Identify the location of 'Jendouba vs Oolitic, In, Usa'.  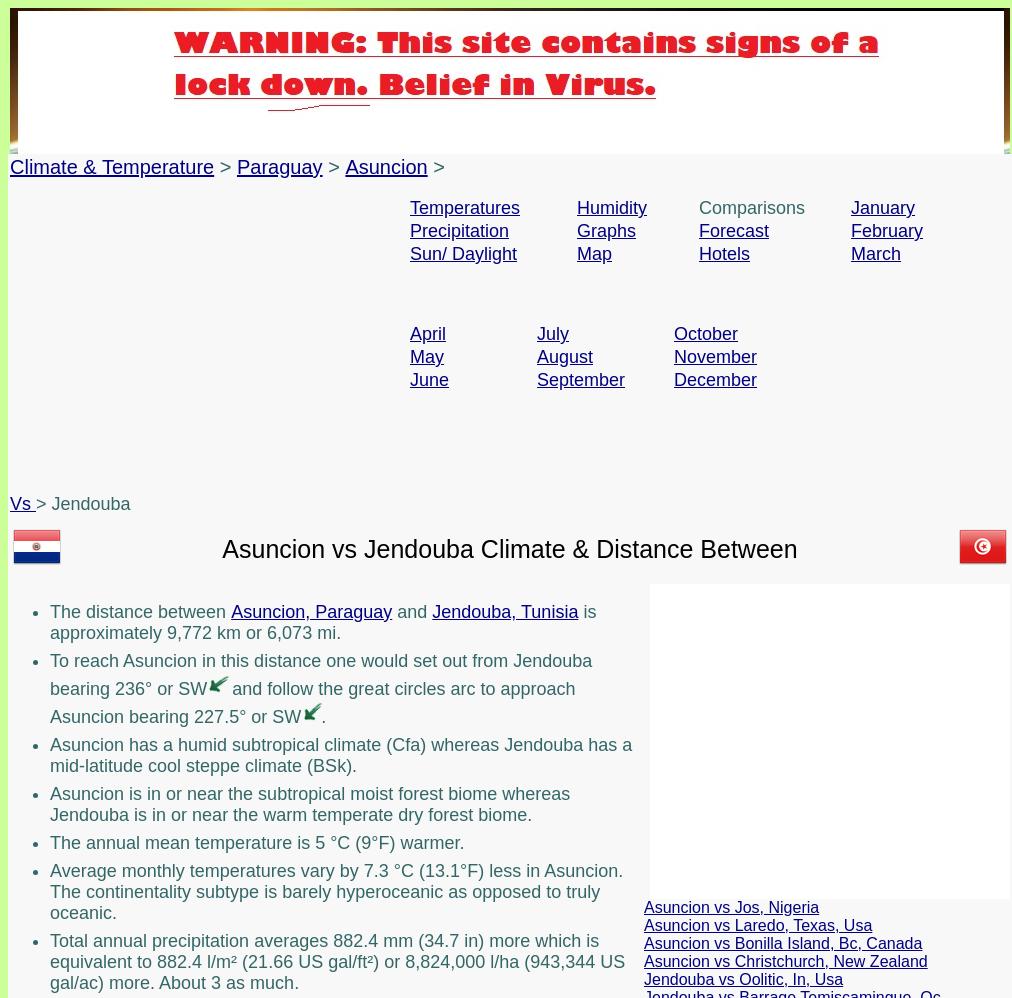
(743, 977).